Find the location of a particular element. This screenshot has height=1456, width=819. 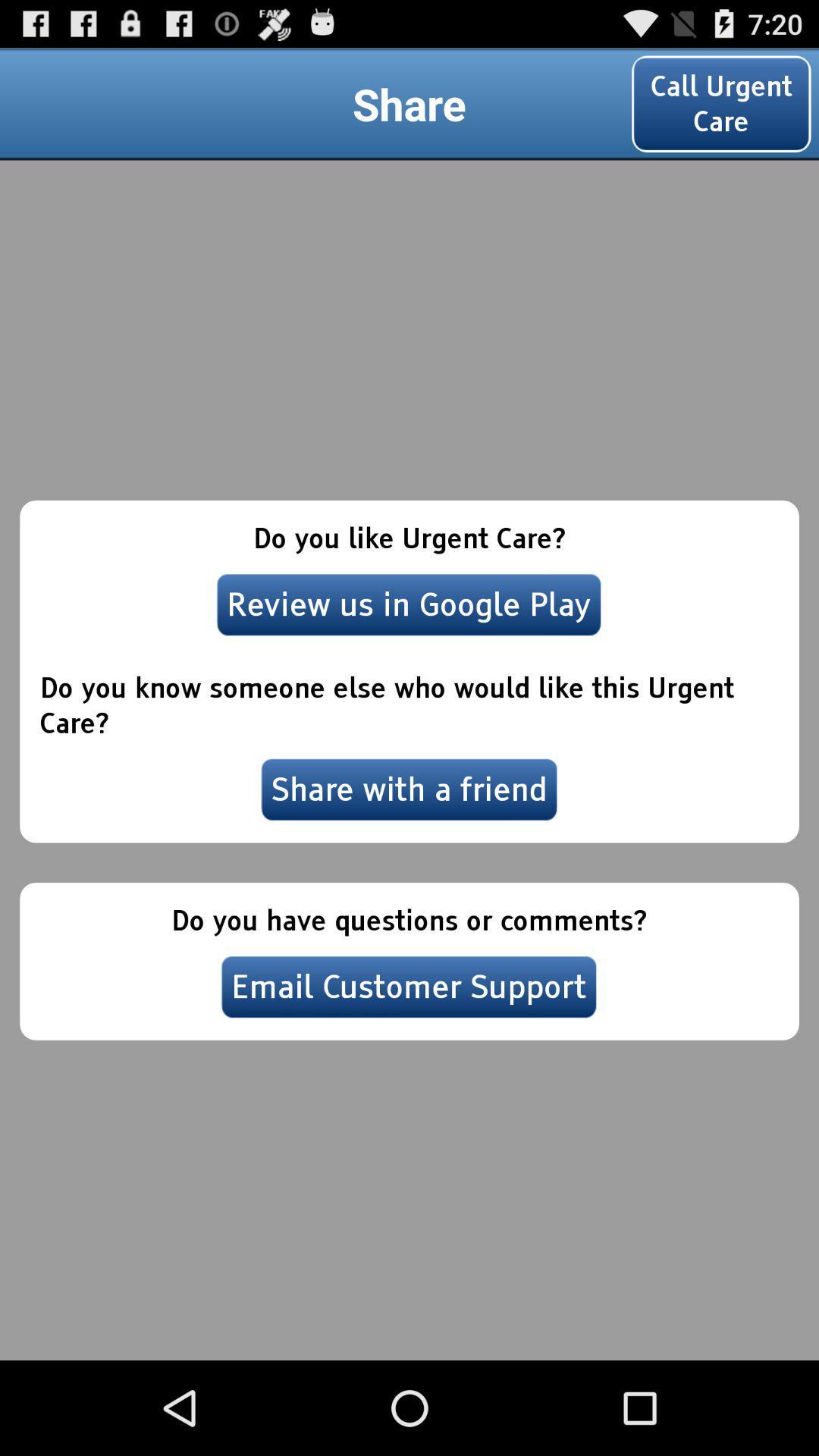

email customer support item is located at coordinates (408, 987).